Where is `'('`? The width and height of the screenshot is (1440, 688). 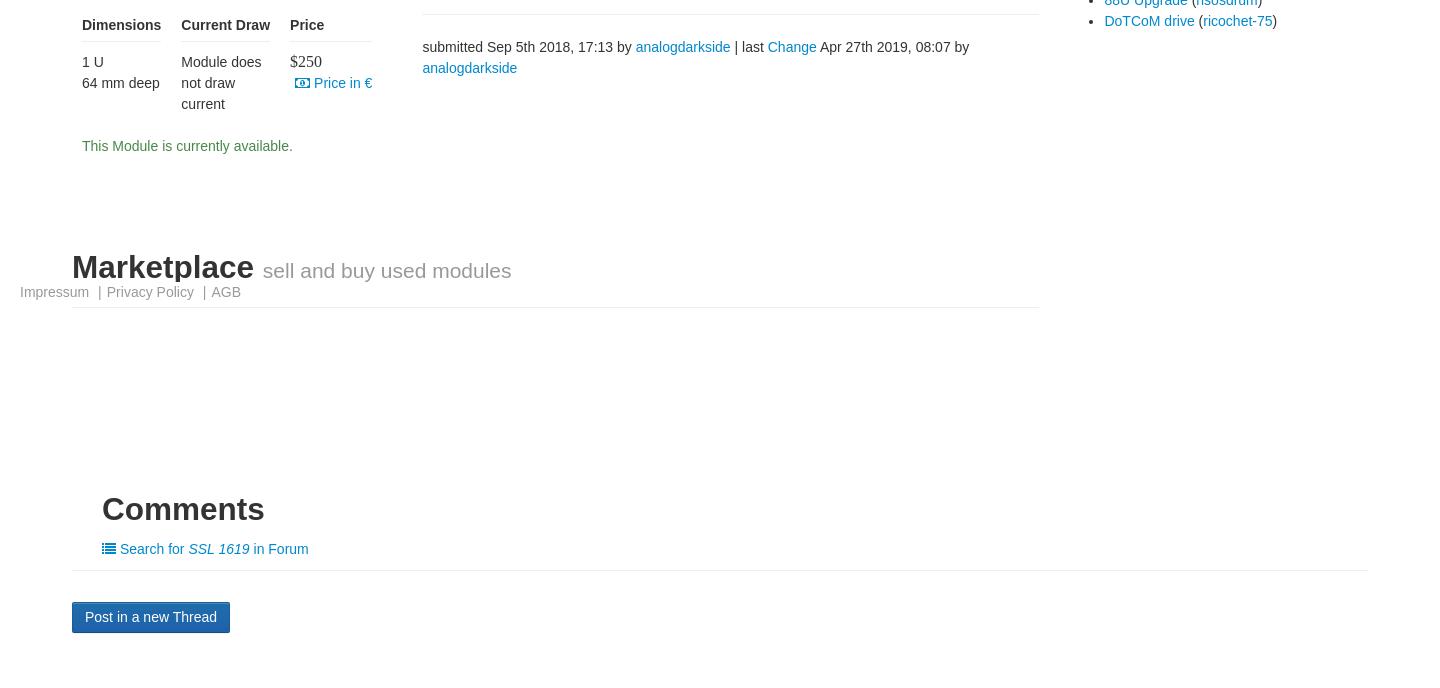 '(' is located at coordinates (1194, 20).